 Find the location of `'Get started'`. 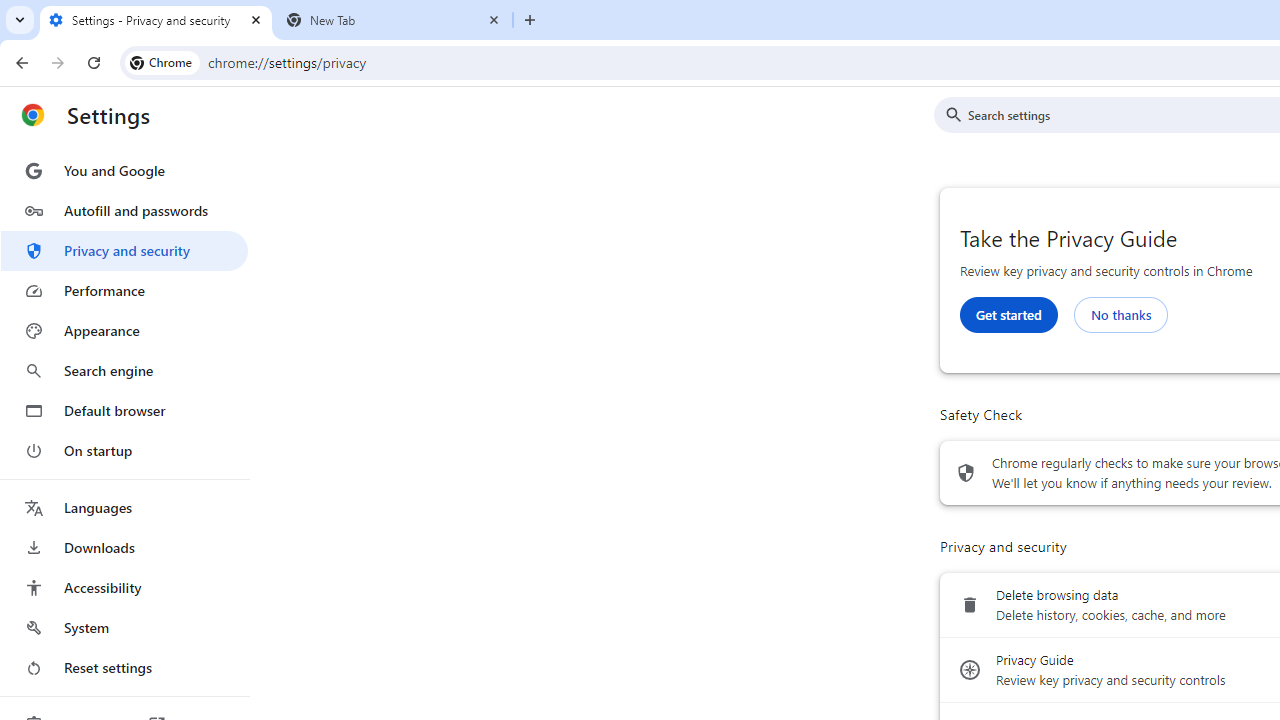

'Get started' is located at coordinates (1008, 314).